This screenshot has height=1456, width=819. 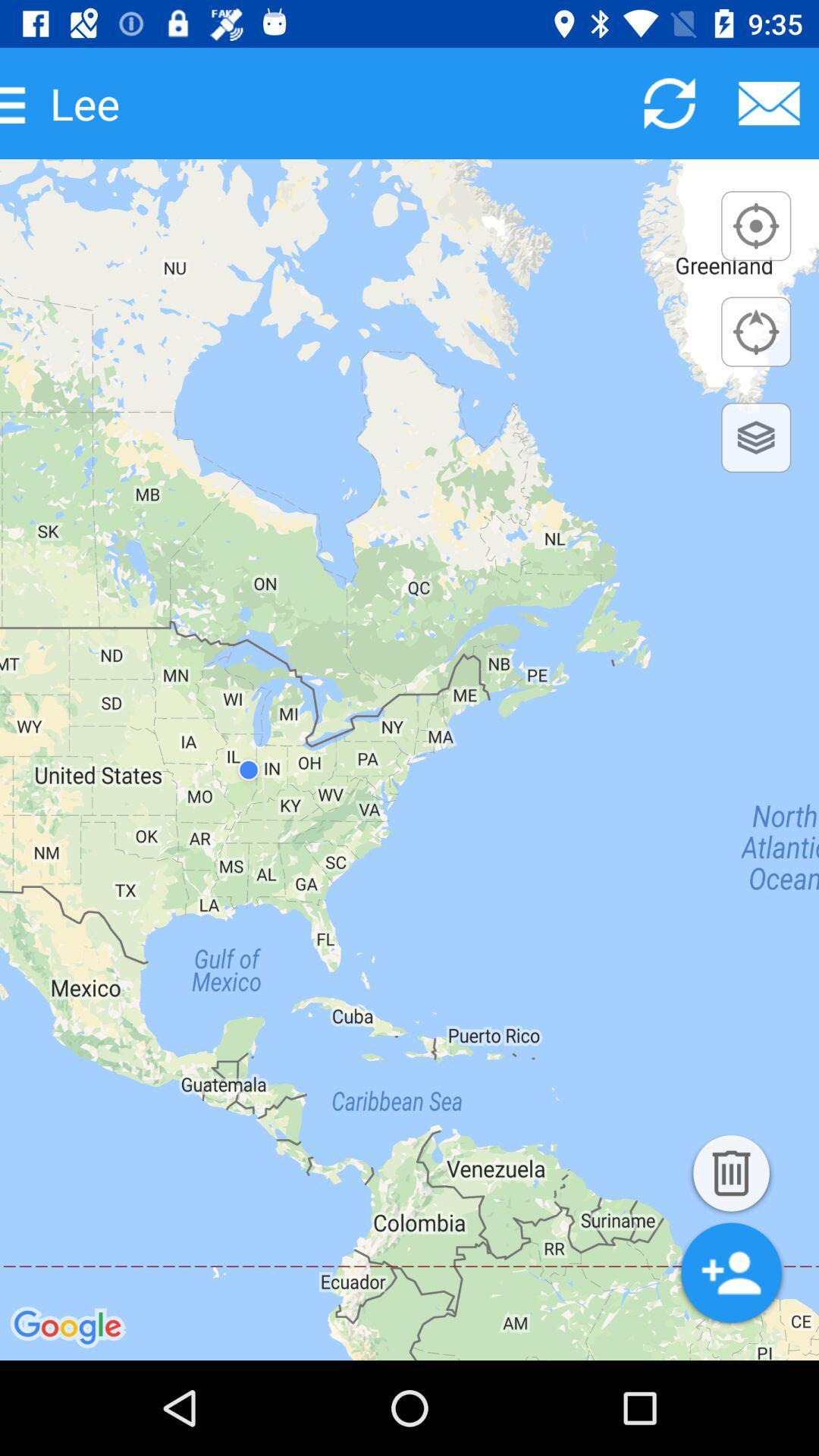 I want to click on send mail, so click(x=769, y=102).